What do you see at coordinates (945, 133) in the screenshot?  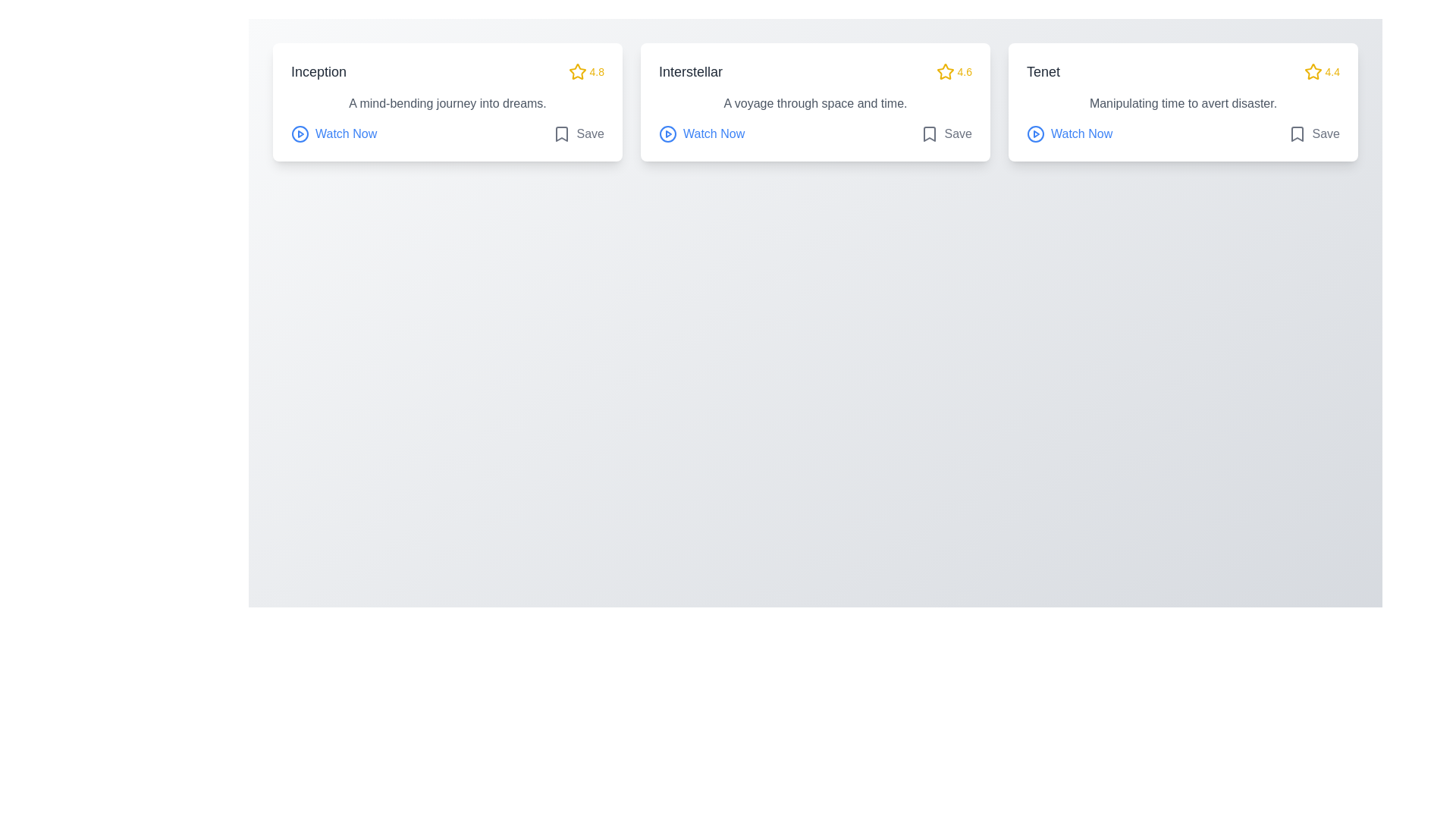 I see `the 'Save' button with a bookmark icon located in the bottom-right corner of the second card` at bounding box center [945, 133].